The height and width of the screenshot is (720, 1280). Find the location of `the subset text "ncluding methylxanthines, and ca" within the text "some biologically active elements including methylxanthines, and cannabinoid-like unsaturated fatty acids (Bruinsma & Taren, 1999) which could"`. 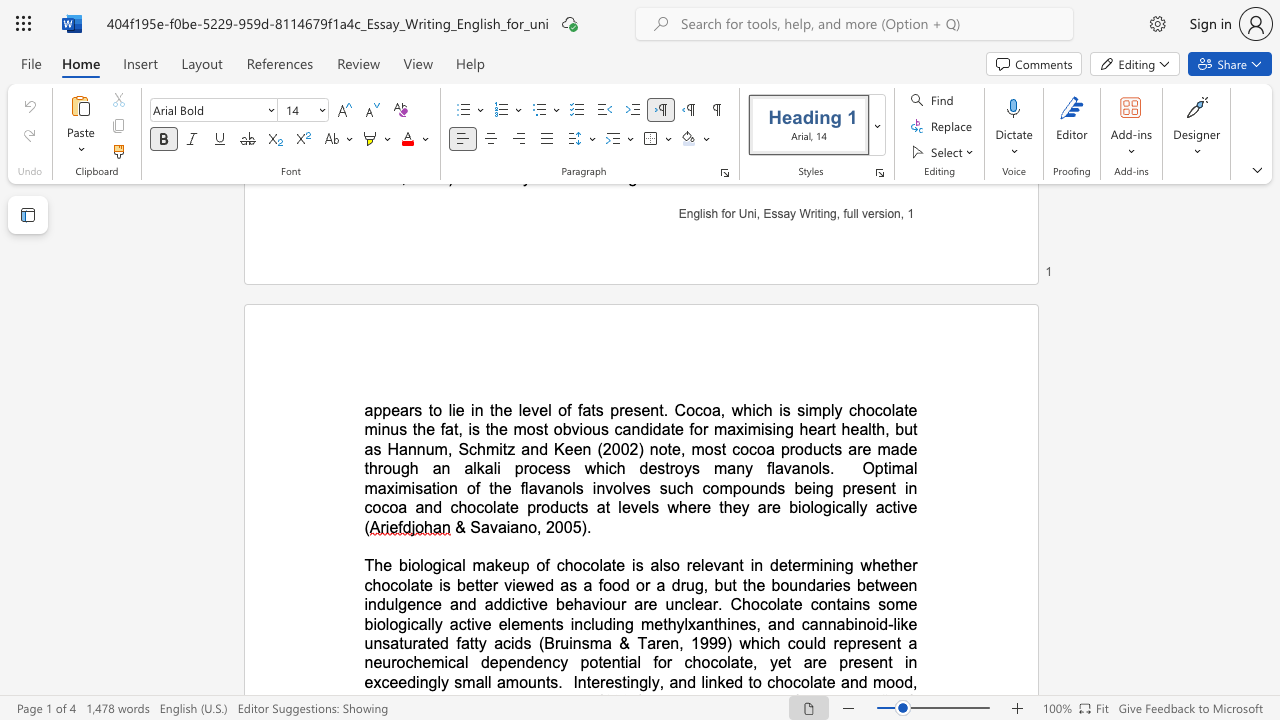

the subset text "ncluding methylxanthines, and ca" within the text "some biologically active elements including methylxanthines, and cannabinoid-like unsaturated fatty acids (Bruinsma & Taren, 1999) which could" is located at coordinates (573, 623).